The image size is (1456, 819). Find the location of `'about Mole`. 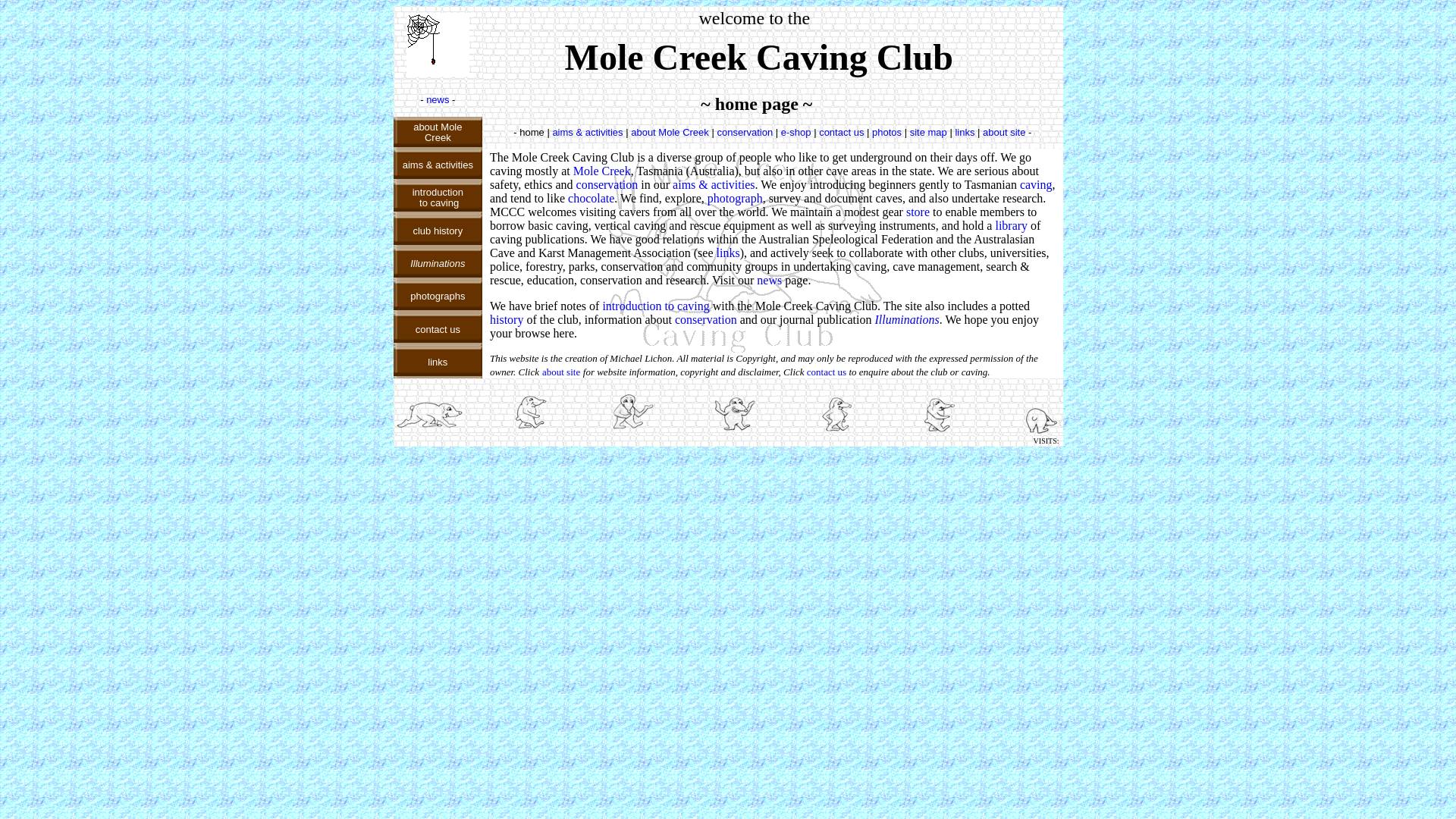

'about Mole is located at coordinates (436, 130).